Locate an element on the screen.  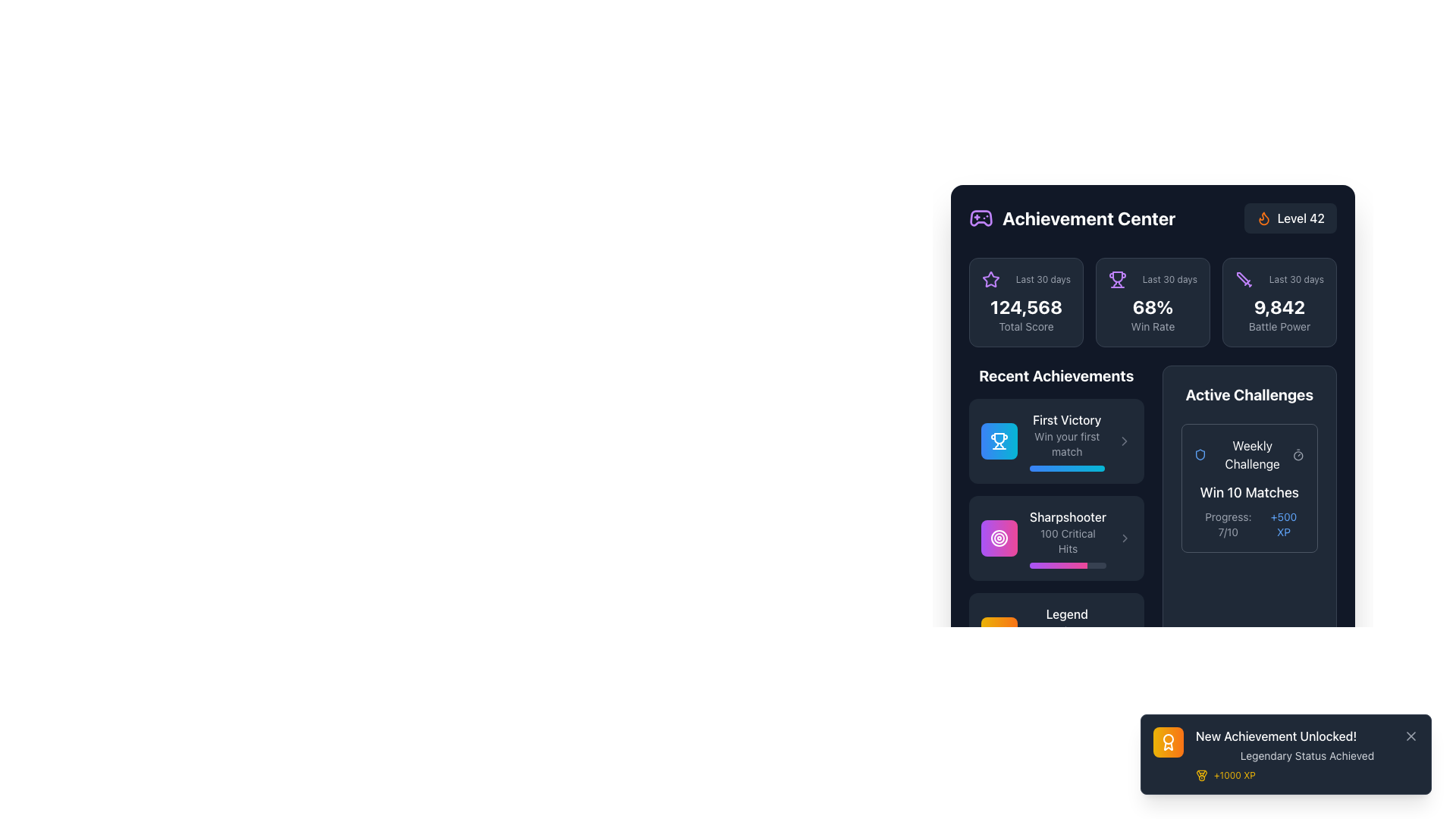
the Decorative SVG Icon located at the top-left corner of the 'Achievement Center' section, adjacent to the title is located at coordinates (981, 218).